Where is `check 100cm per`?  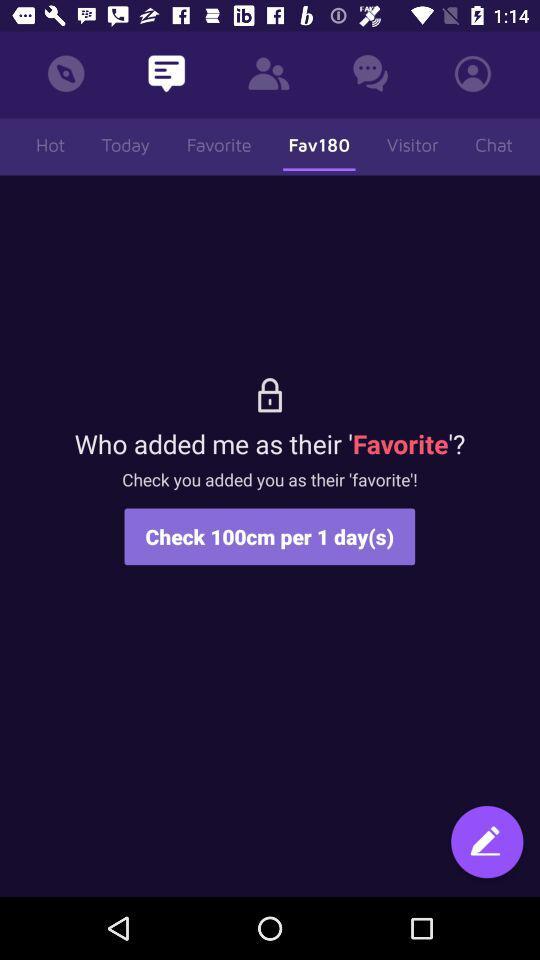
check 100cm per is located at coordinates (269, 535).